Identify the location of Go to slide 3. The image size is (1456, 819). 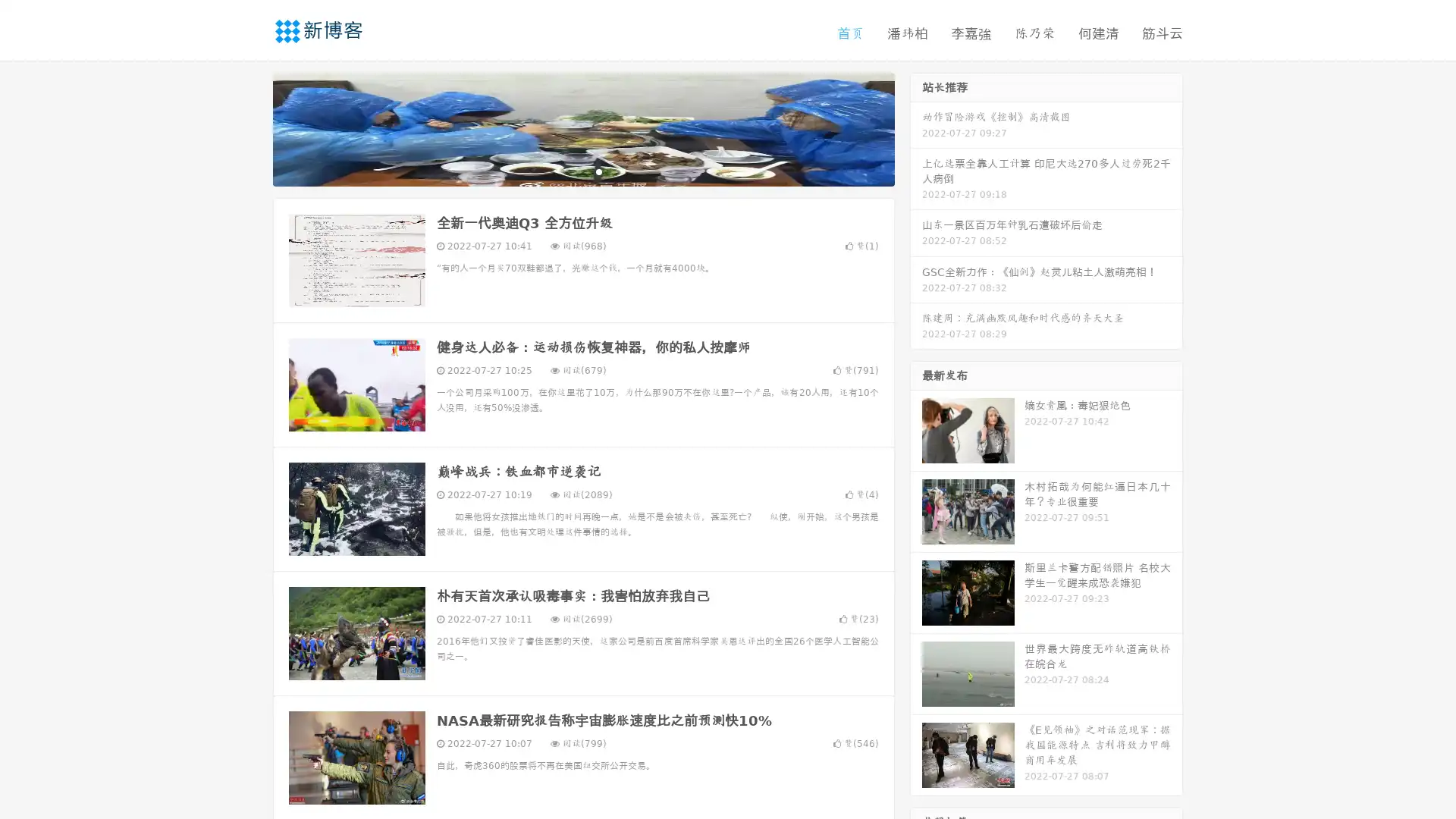
(598, 171).